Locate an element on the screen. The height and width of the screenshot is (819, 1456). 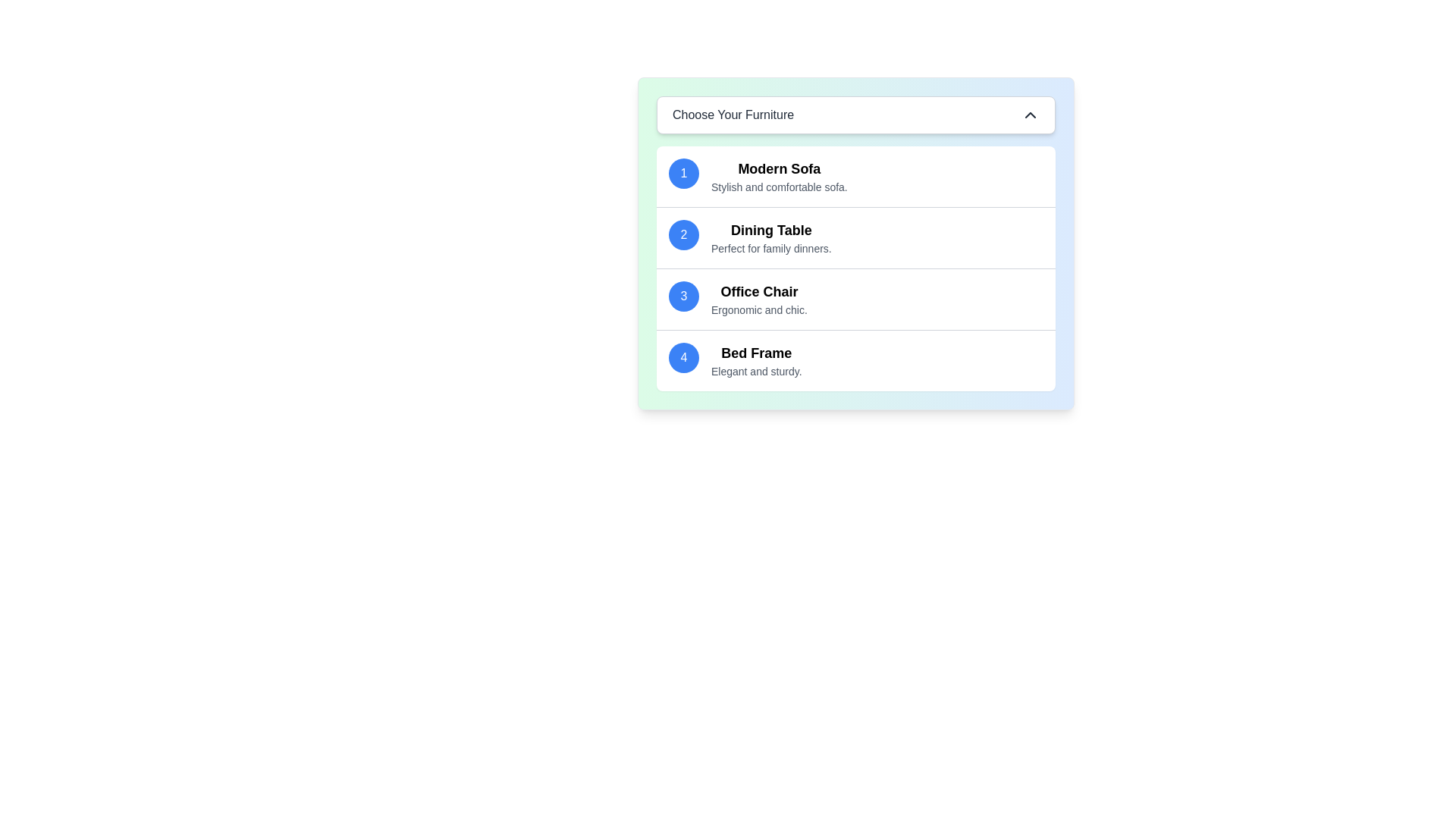
the title label for the second furniture option in the list, which is centrally aligned above the description 'Perfect for family dinners.' is located at coordinates (771, 231).